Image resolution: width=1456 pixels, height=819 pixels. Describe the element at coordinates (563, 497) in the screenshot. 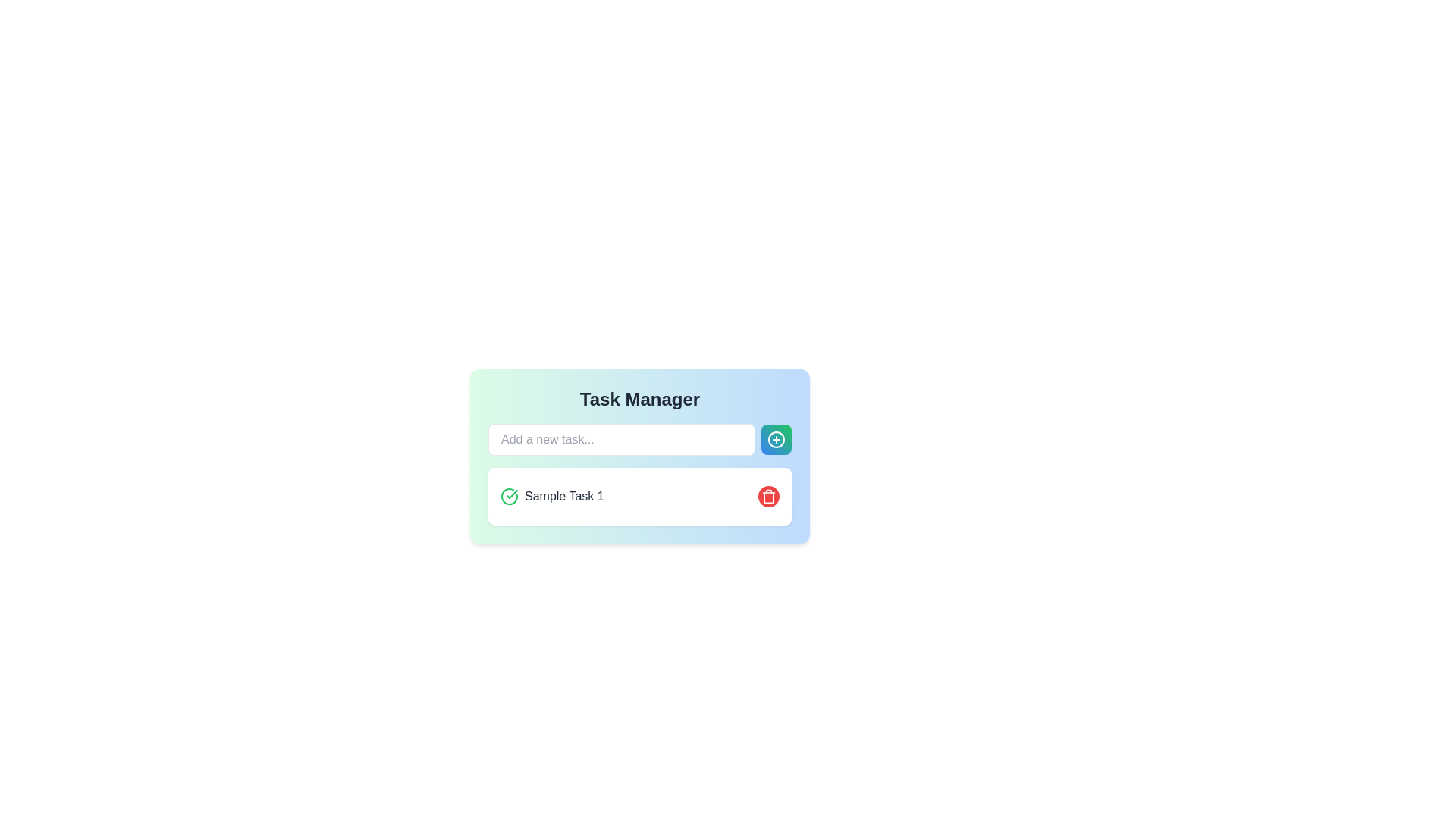

I see `the 'Sample Task 1' text label, which is styled with a gray font and bold appearance, located` at that location.